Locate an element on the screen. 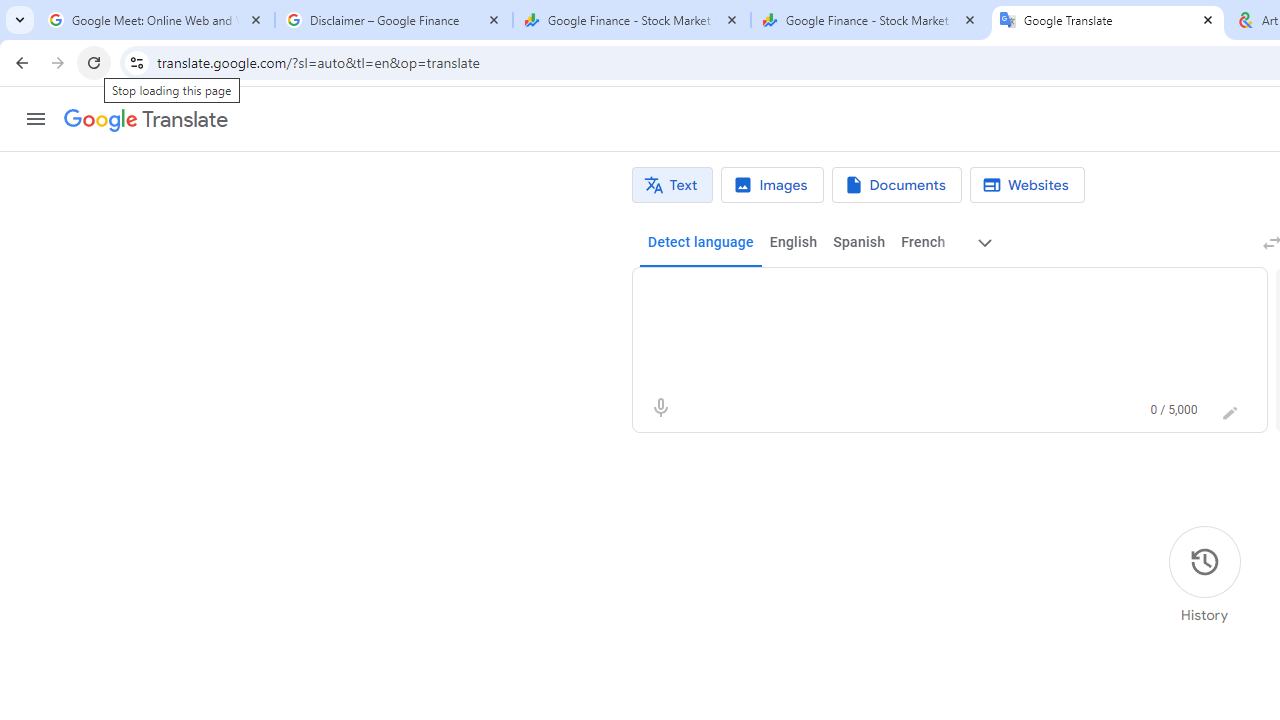  'Google Translate' is located at coordinates (144, 120).